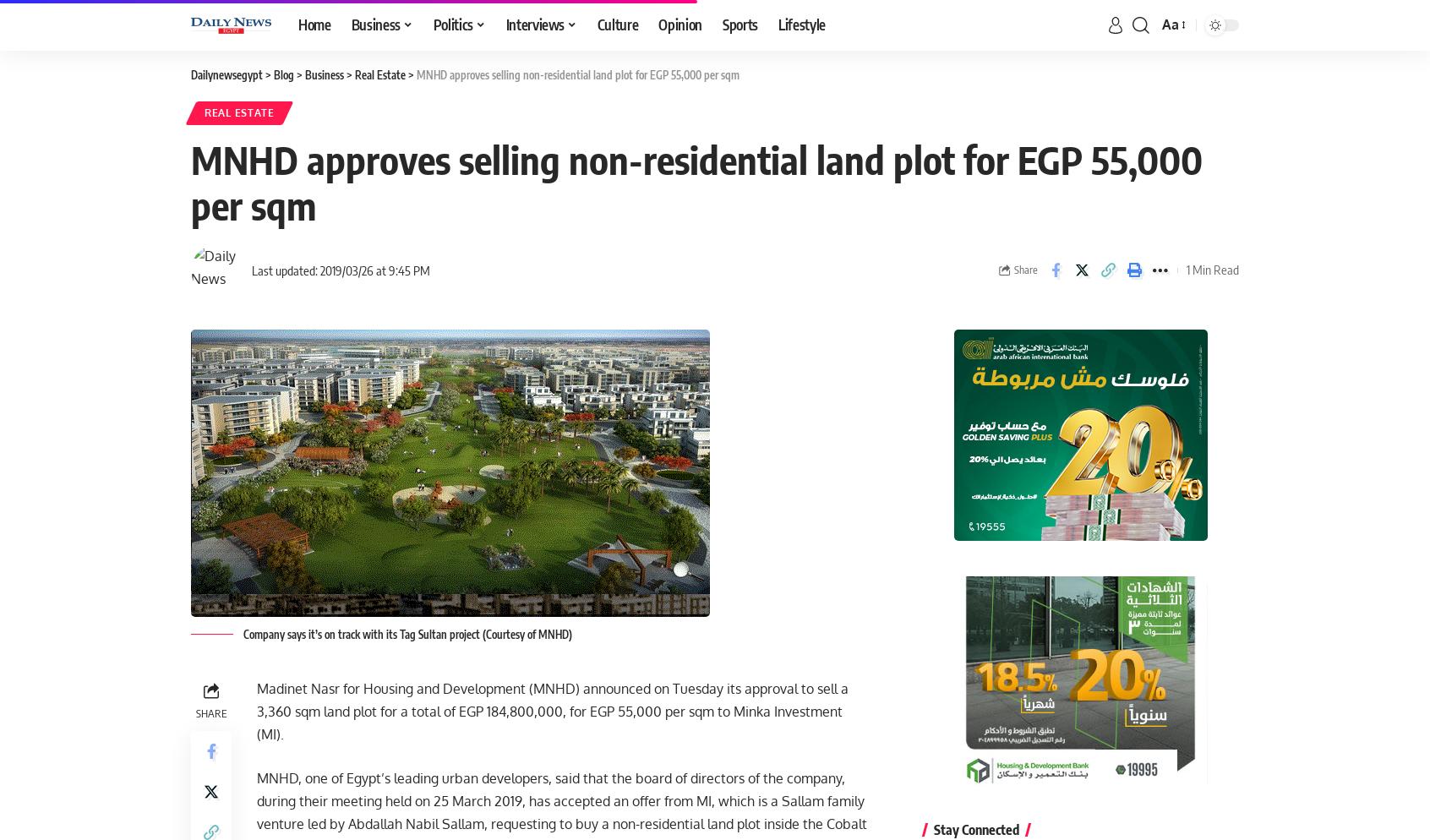 Image resolution: width=1430 pixels, height=840 pixels. Describe the element at coordinates (974, 828) in the screenshot. I see `'Stay Connected'` at that location.